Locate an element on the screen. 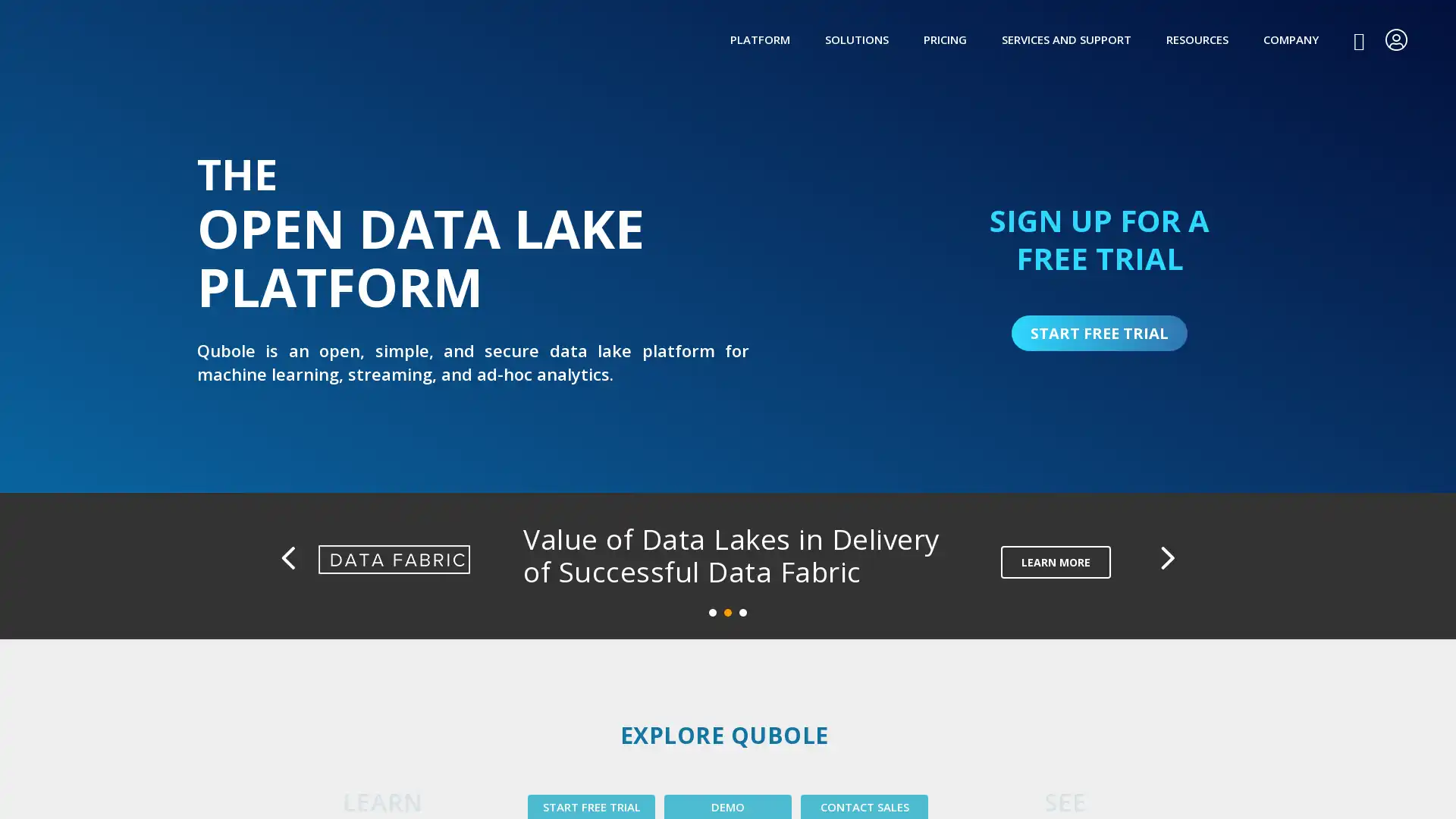 The width and height of the screenshot is (1456, 819). Close is located at coordinates (1420, 786).